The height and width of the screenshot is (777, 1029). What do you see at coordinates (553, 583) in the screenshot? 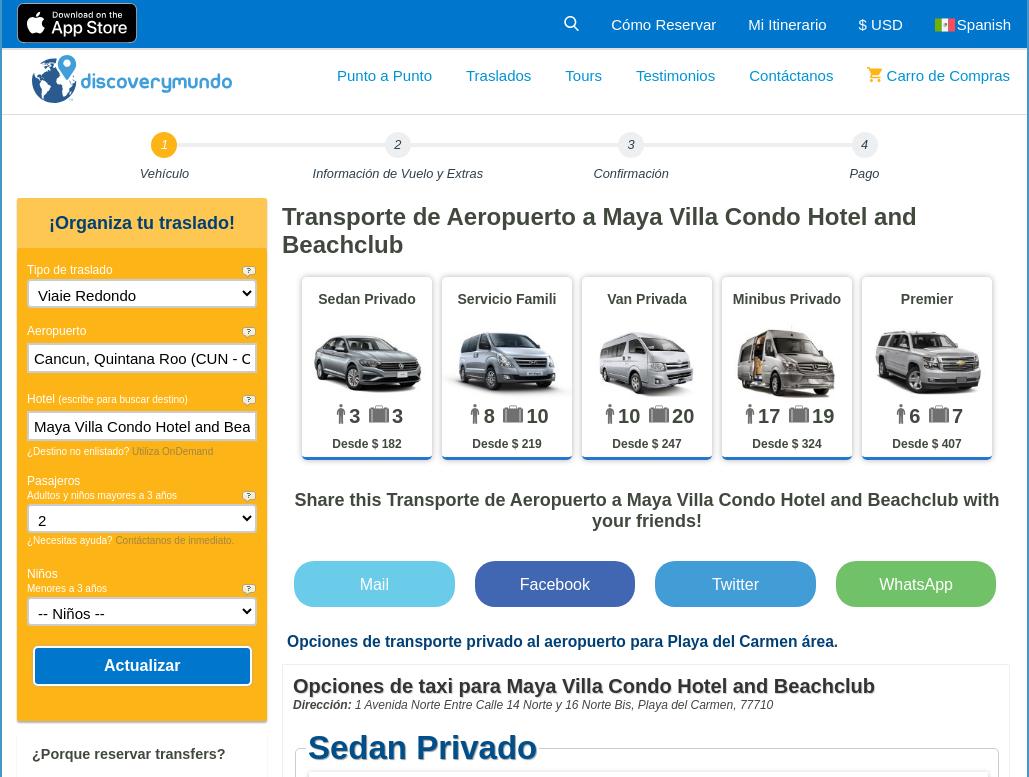
I see `'Facebook'` at bounding box center [553, 583].